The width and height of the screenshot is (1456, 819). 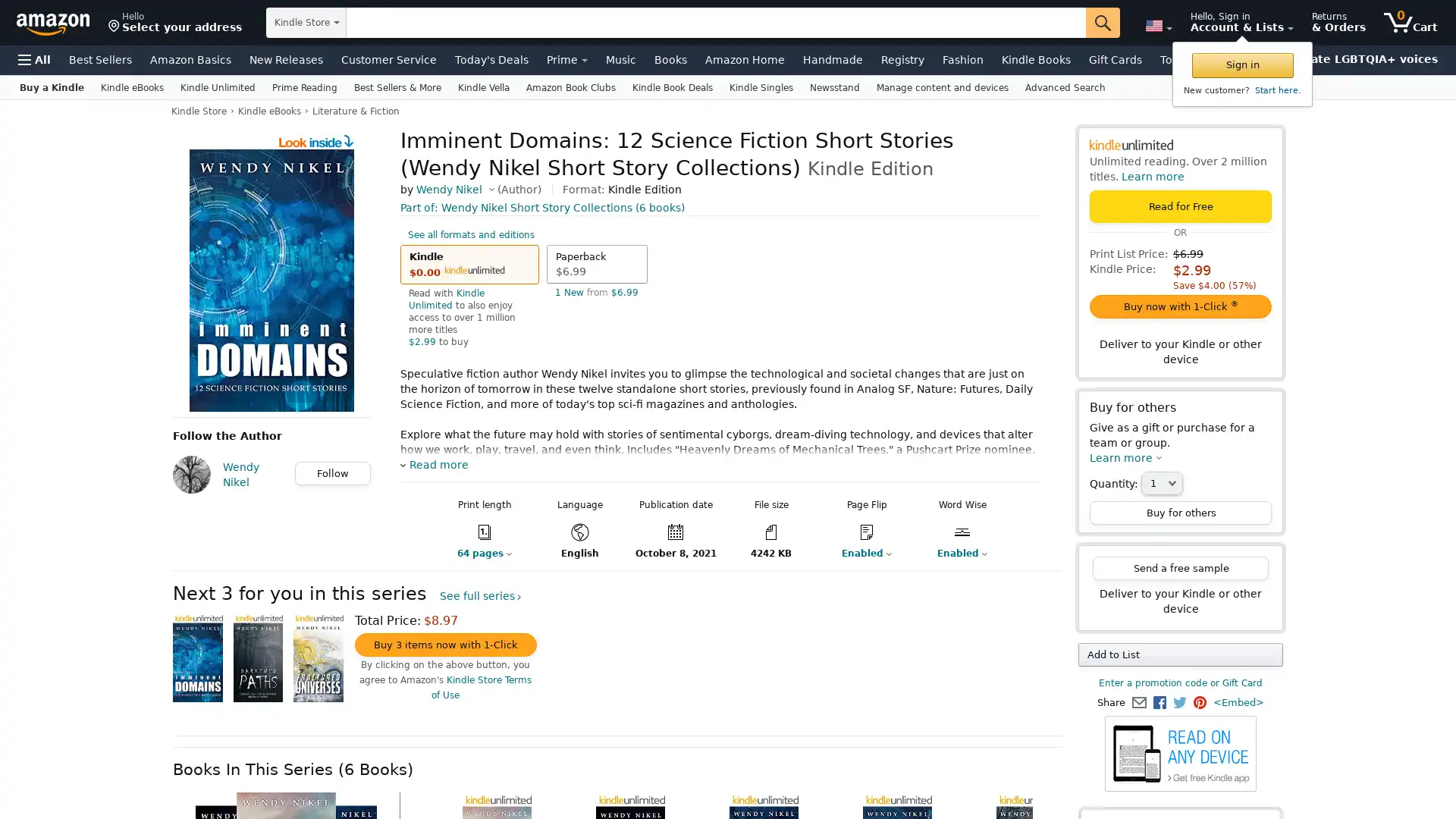 What do you see at coordinates (1179, 568) in the screenshot?
I see `Send a free sample` at bounding box center [1179, 568].